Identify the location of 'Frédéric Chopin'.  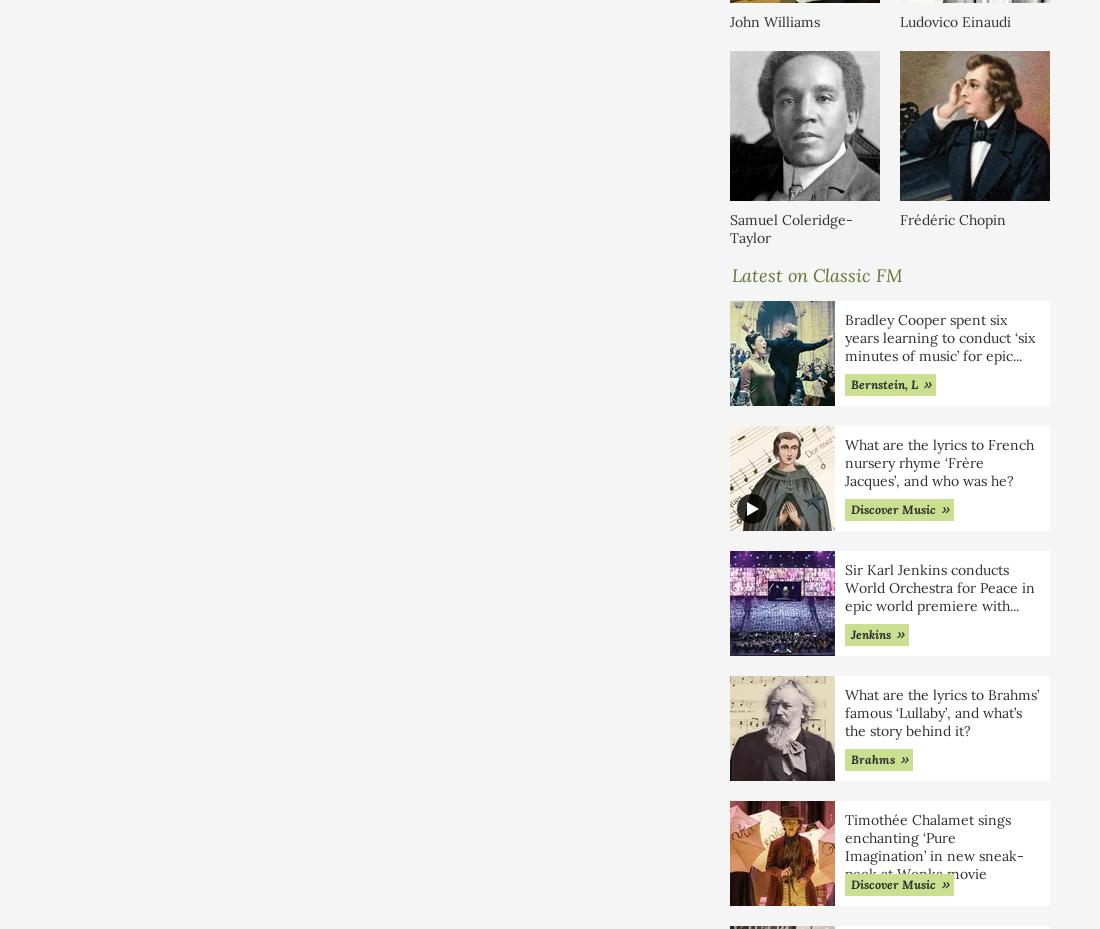
(953, 217).